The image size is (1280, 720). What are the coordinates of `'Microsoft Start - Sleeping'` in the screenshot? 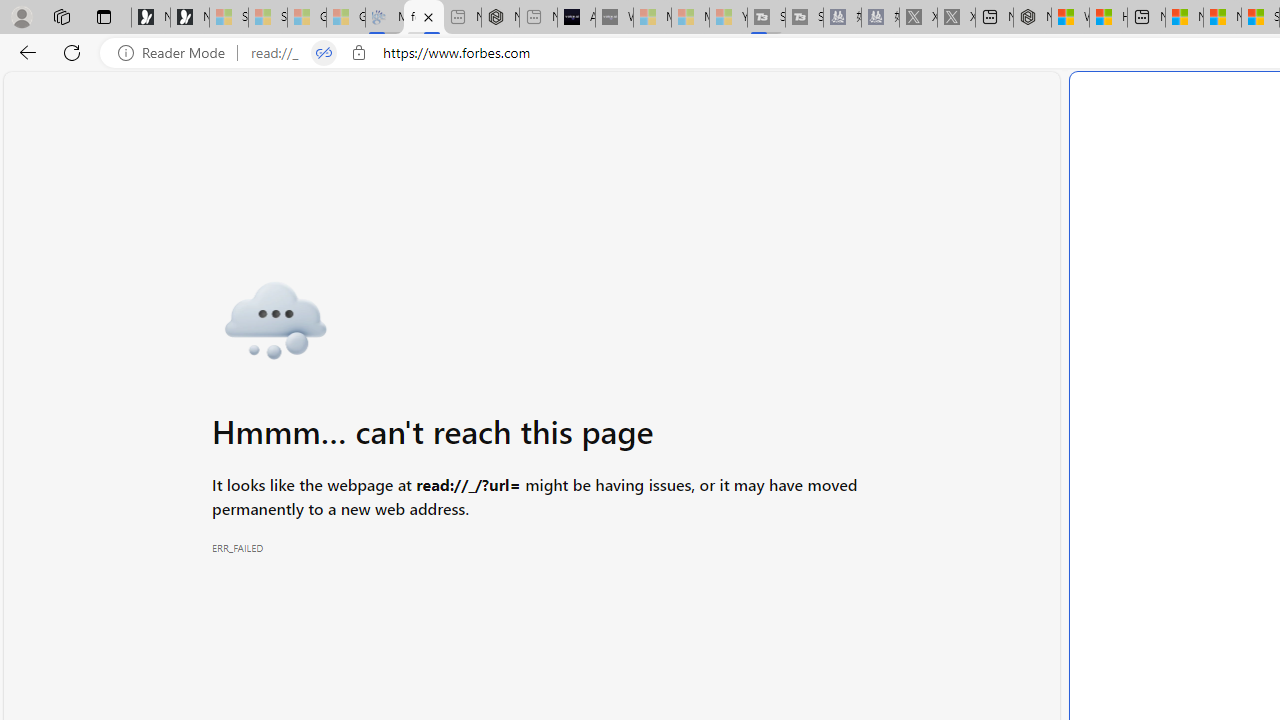 It's located at (690, 17).